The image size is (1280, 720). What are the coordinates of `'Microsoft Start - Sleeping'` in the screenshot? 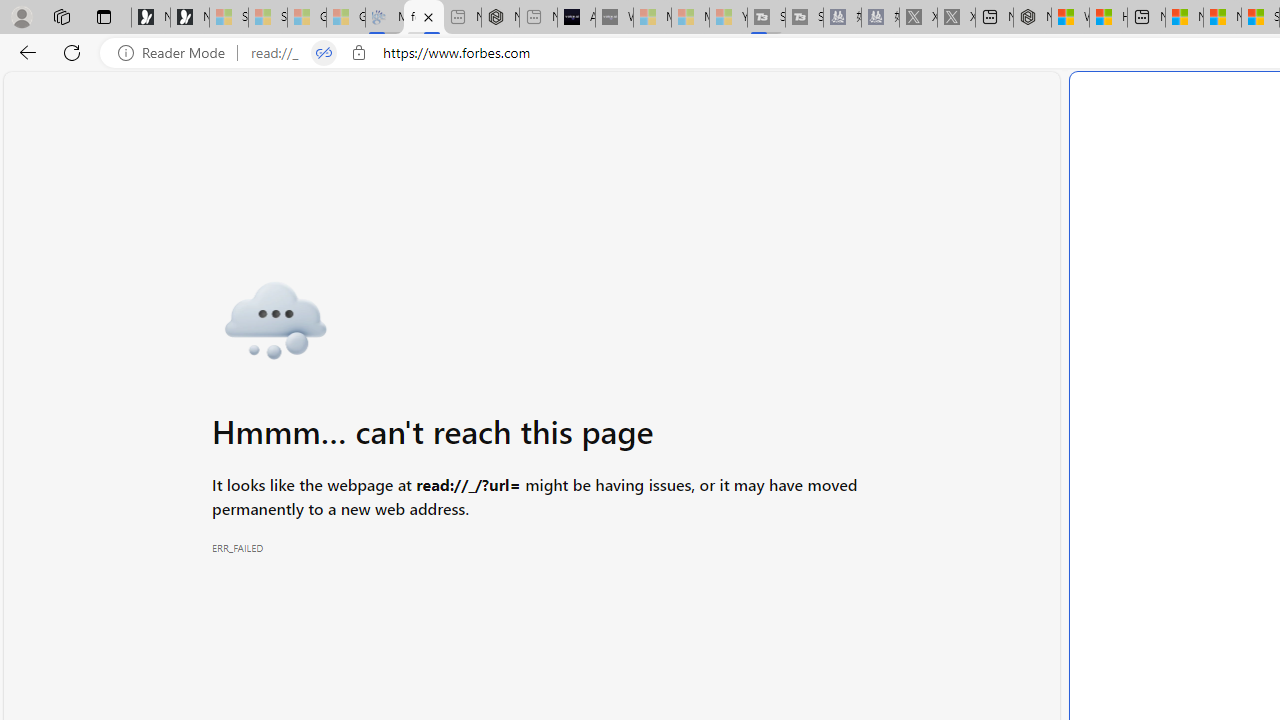 It's located at (690, 17).